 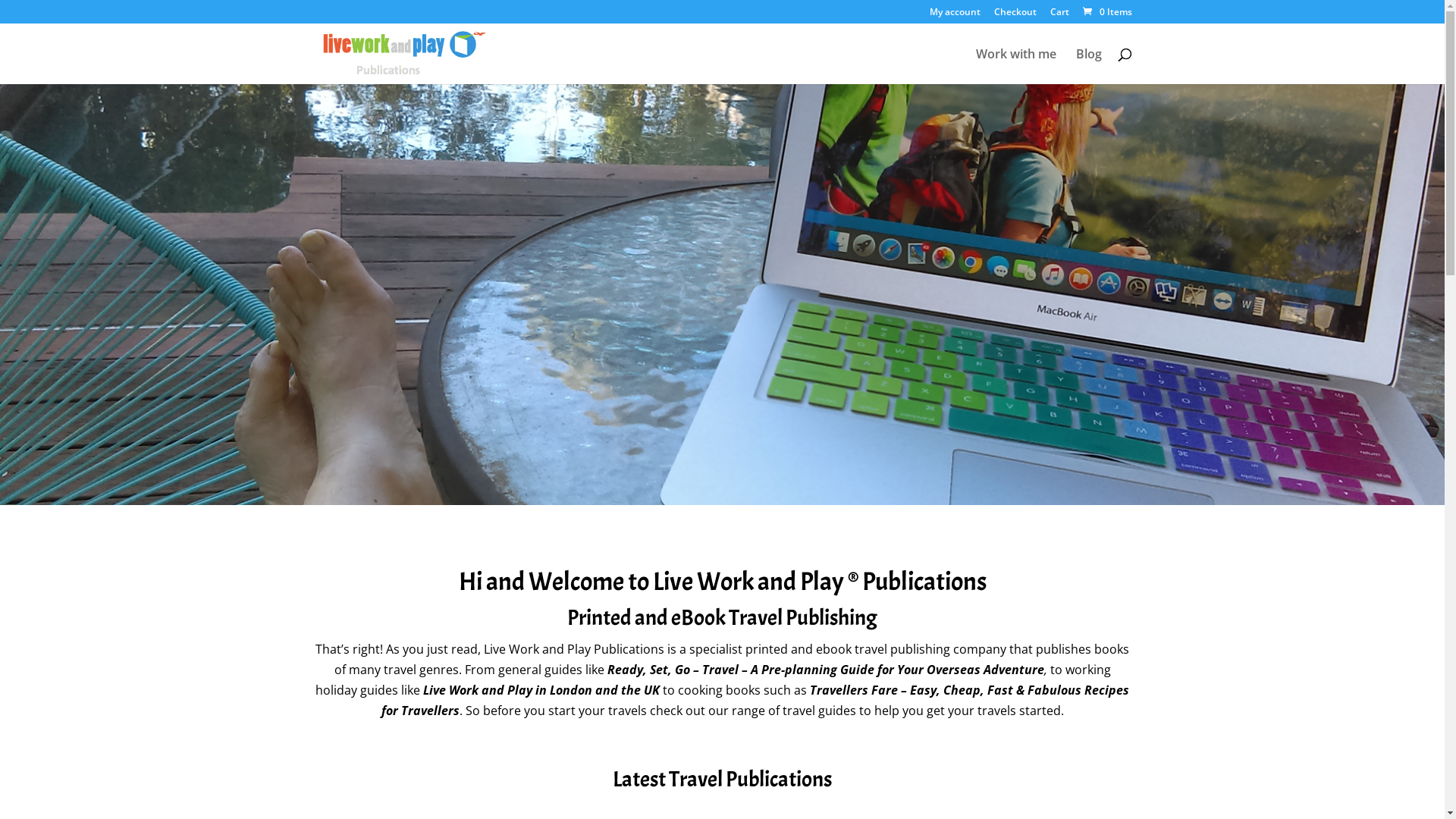 I want to click on 'Cart', so click(x=1058, y=15).